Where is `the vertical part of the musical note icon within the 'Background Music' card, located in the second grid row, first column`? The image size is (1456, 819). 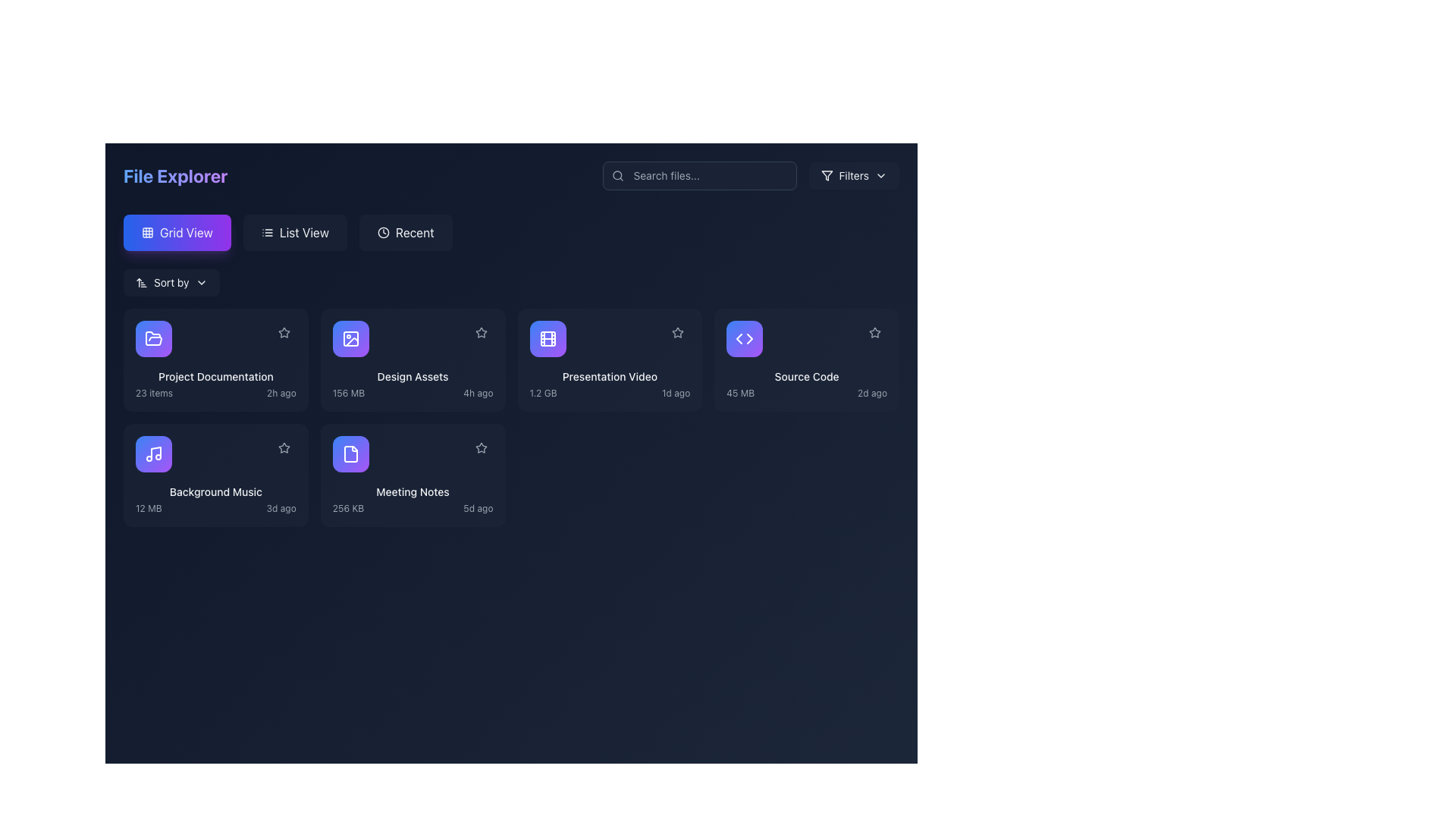
the vertical part of the musical note icon within the 'Background Music' card, located in the second grid row, first column is located at coordinates (156, 452).